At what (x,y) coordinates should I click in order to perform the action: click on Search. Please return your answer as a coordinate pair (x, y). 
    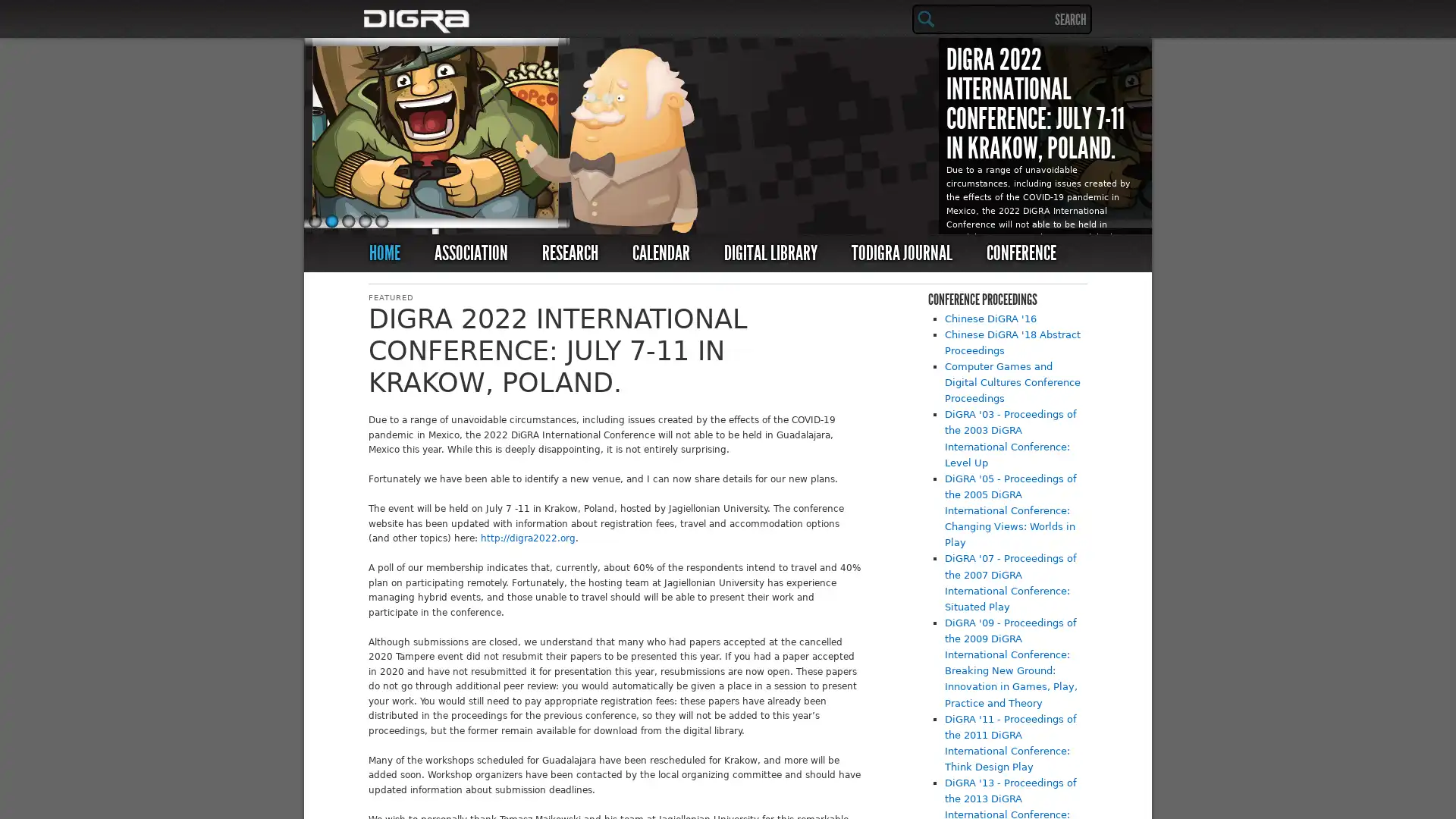
    Looking at the image, I should click on (925, 19).